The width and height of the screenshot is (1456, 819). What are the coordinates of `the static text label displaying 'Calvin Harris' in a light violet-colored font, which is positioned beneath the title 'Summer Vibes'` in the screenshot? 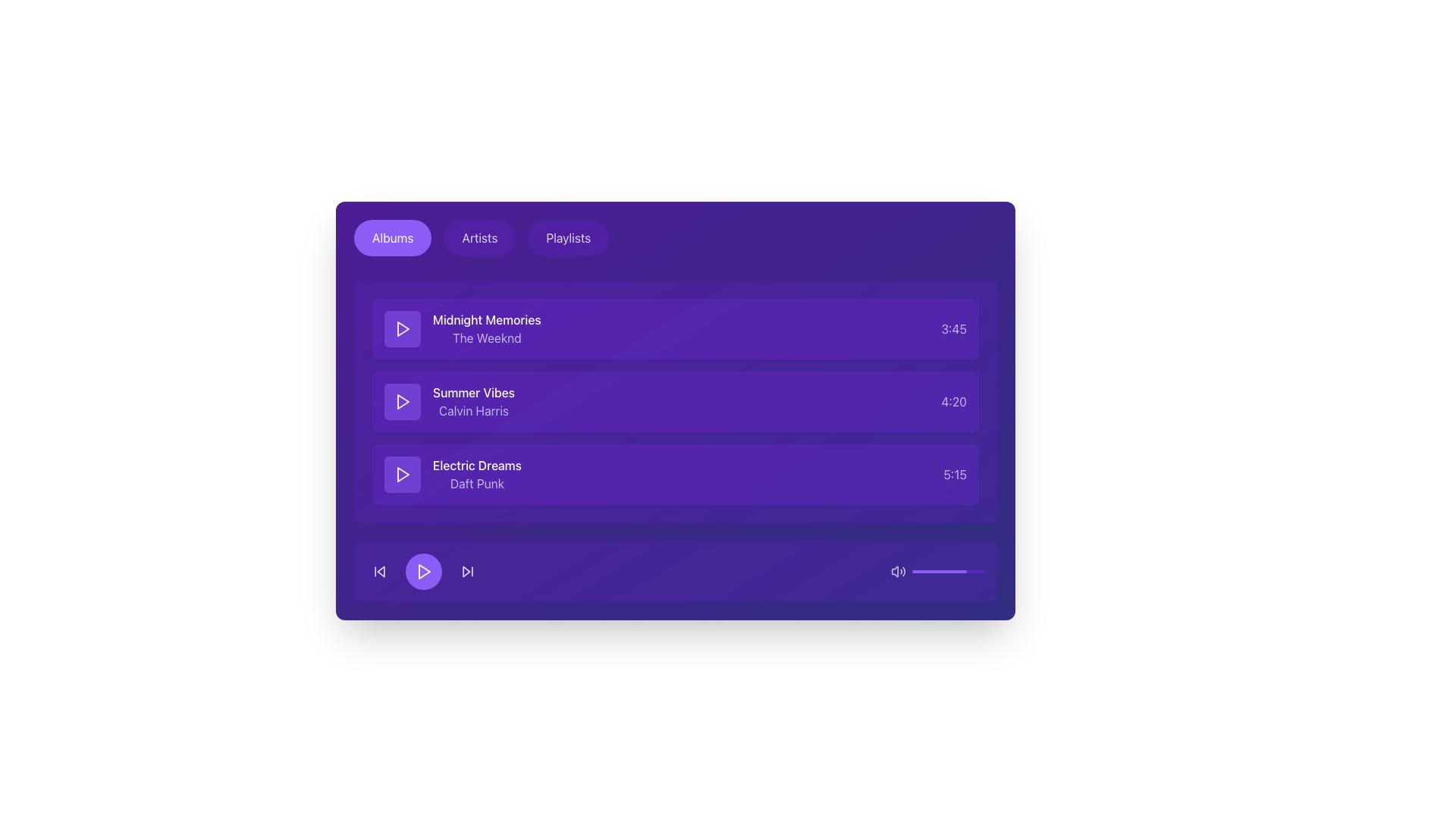 It's located at (472, 411).